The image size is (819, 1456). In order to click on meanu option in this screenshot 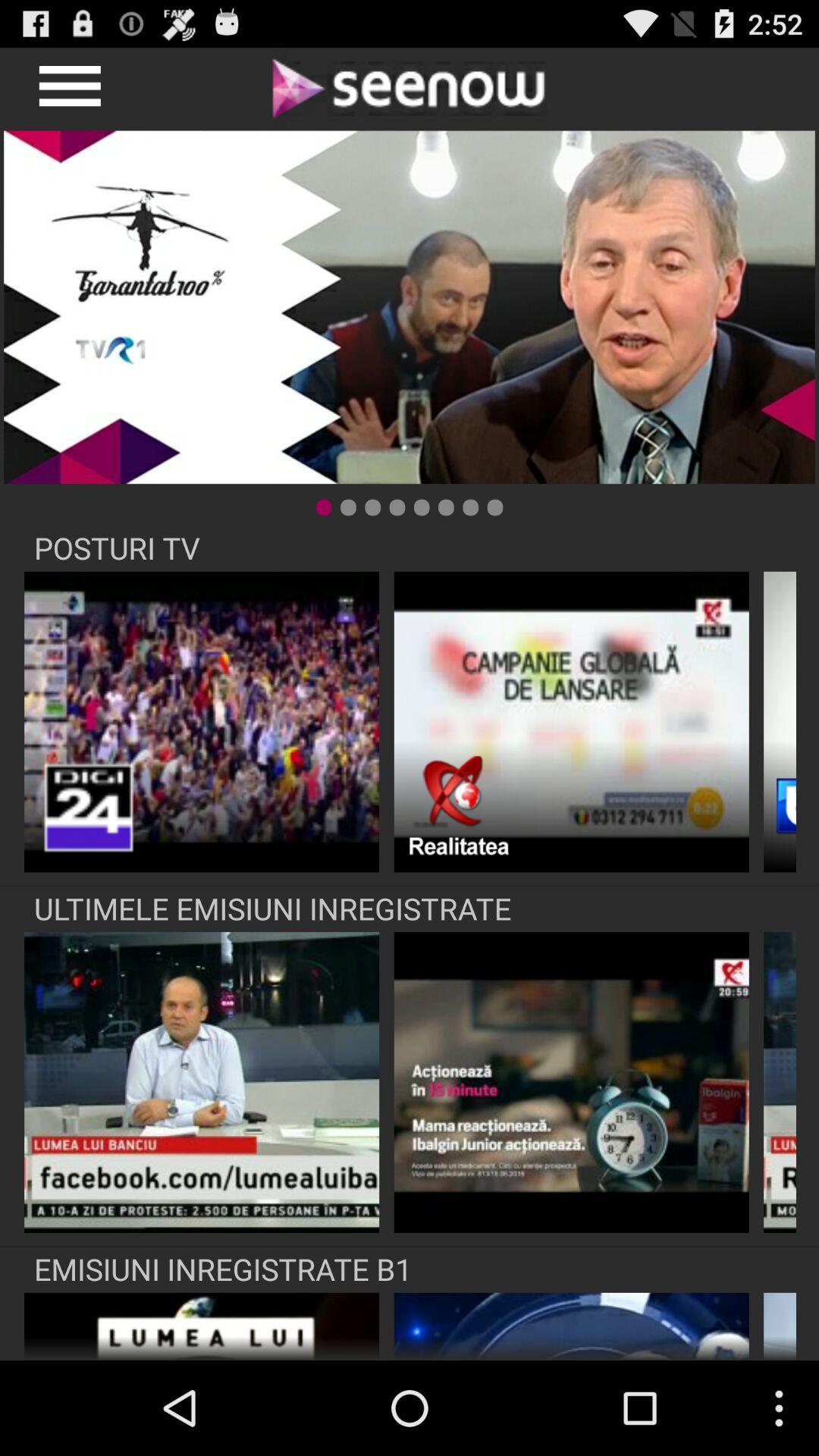, I will do `click(67, 86)`.